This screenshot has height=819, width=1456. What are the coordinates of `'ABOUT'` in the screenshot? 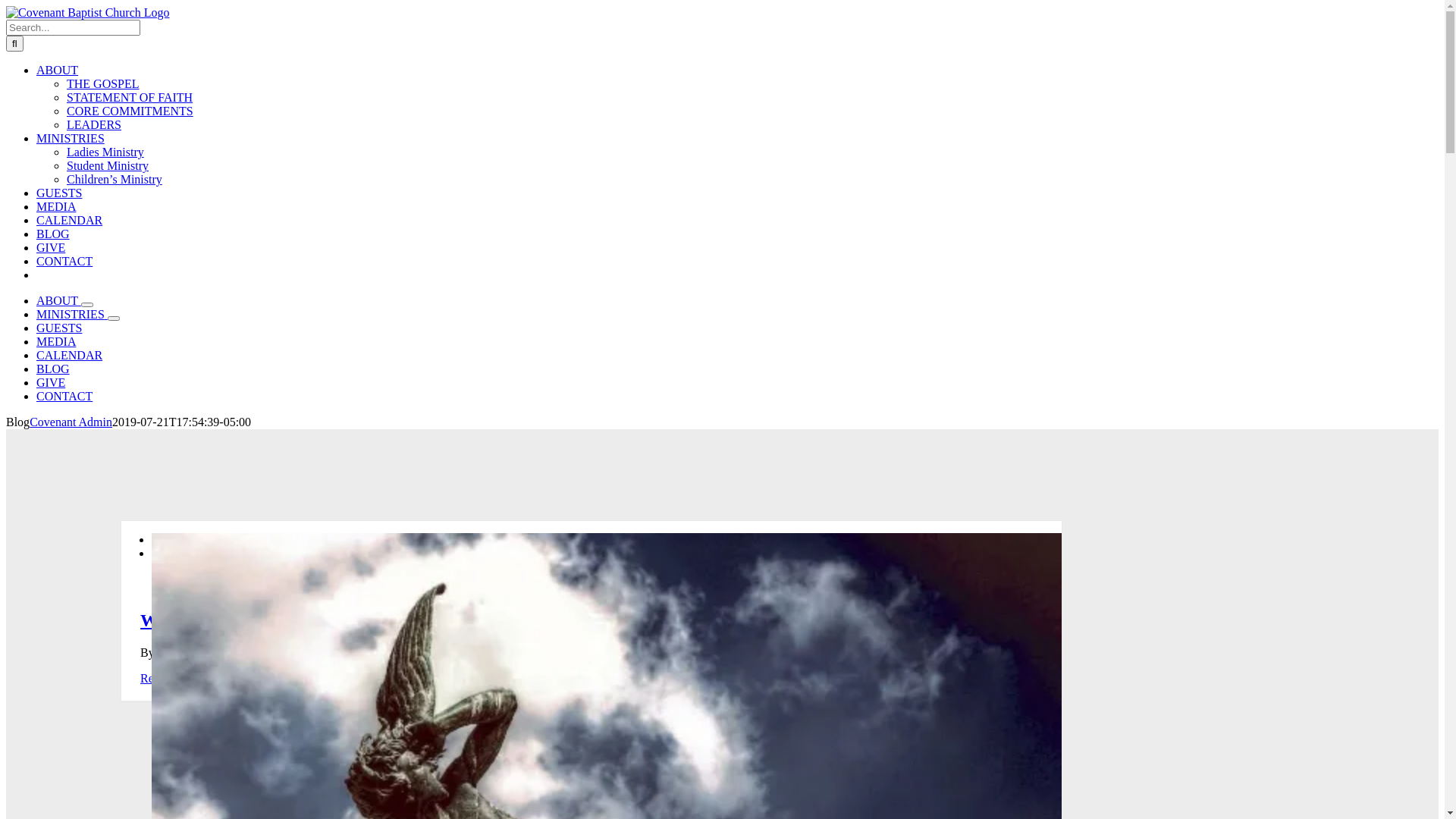 It's located at (57, 70).